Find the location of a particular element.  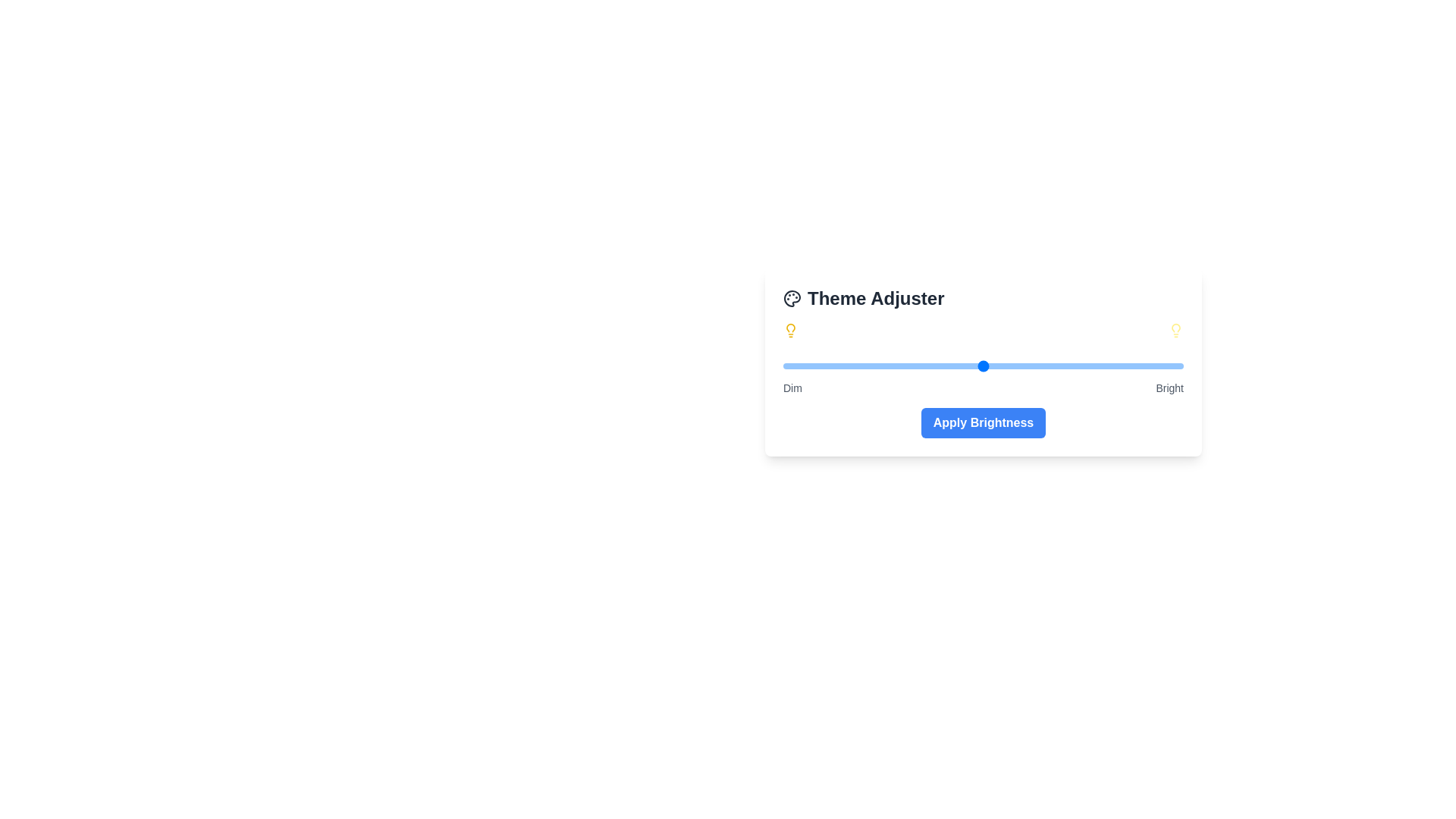

the brightness slider to 33% to observe the visual changes is located at coordinates (915, 366).